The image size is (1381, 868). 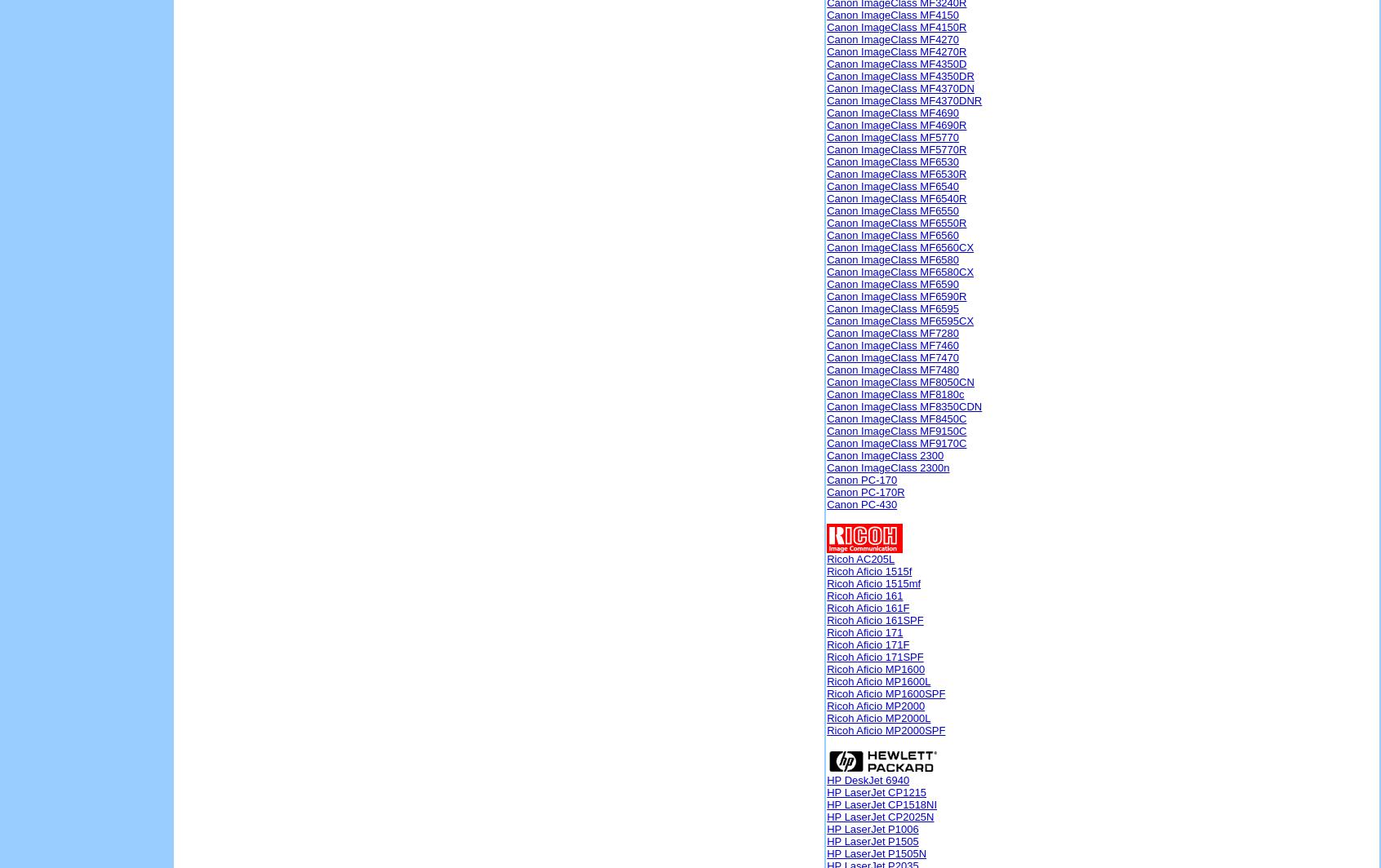 I want to click on 'Canon ImageClass MF4370DN', so click(x=900, y=88).